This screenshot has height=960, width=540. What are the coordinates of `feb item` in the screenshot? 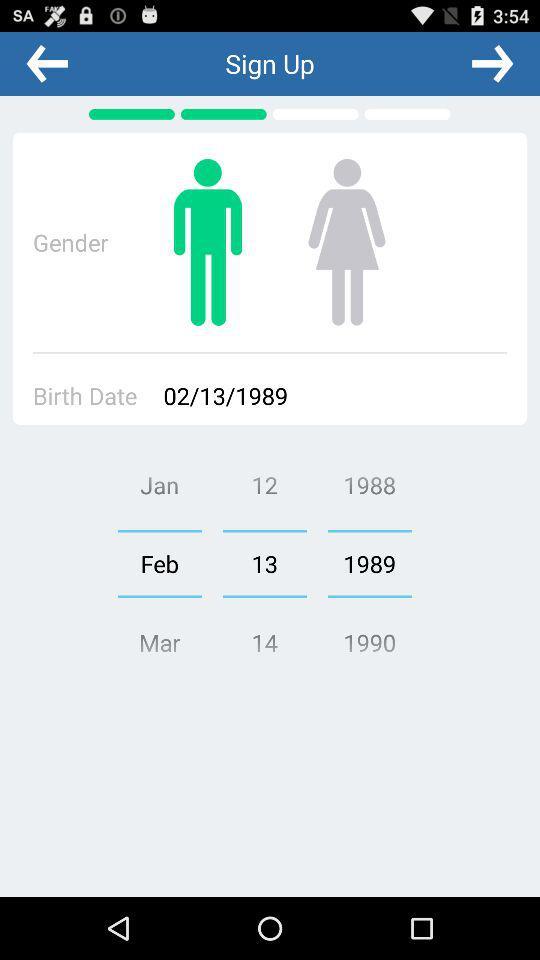 It's located at (158, 563).